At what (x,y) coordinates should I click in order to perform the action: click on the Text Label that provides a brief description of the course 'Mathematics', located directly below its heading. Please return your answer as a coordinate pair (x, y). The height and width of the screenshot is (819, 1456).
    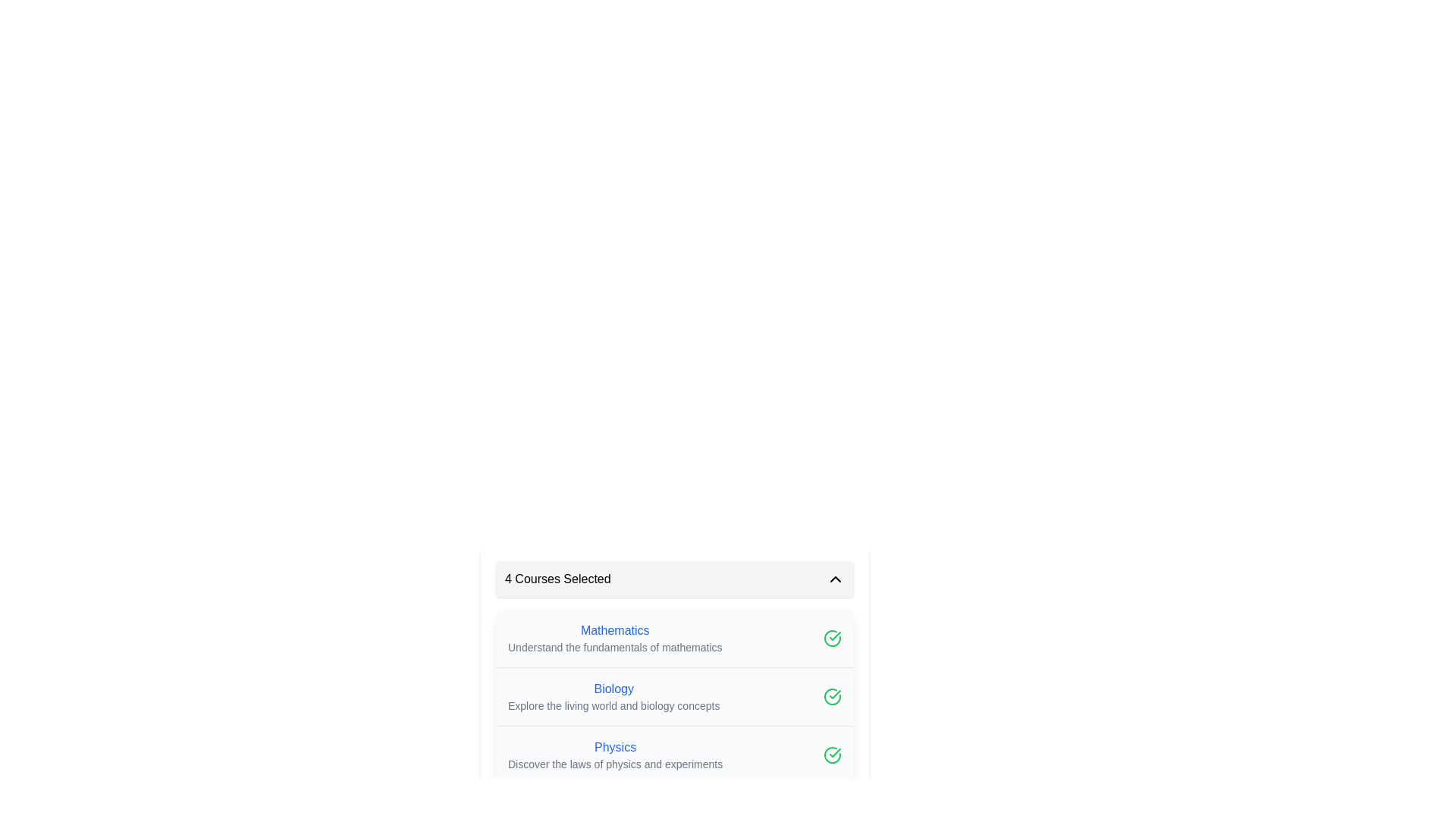
    Looking at the image, I should click on (615, 647).